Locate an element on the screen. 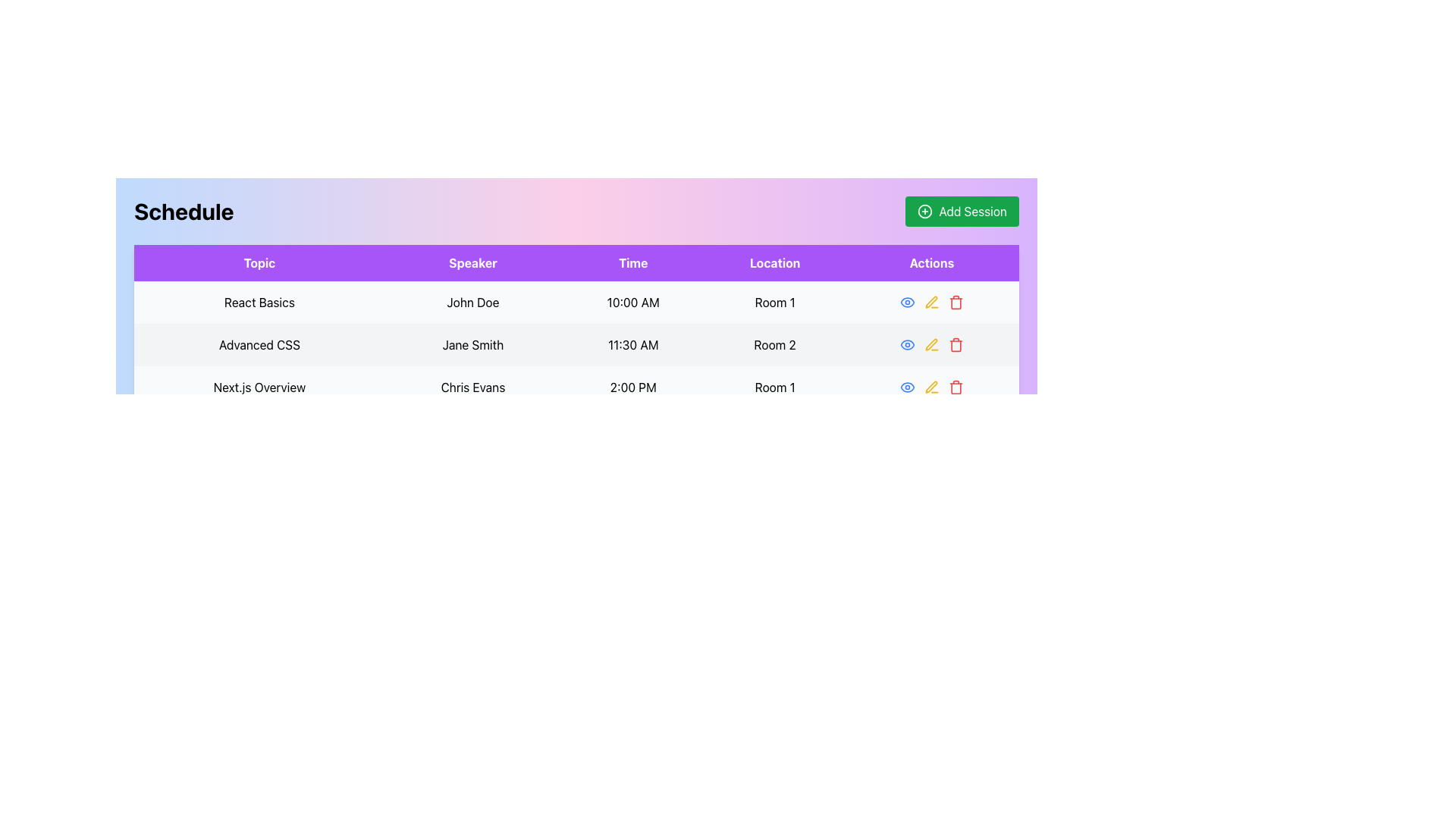  the blue eye icon button located in the last row of the table under the 'Actions' column is located at coordinates (907, 386).